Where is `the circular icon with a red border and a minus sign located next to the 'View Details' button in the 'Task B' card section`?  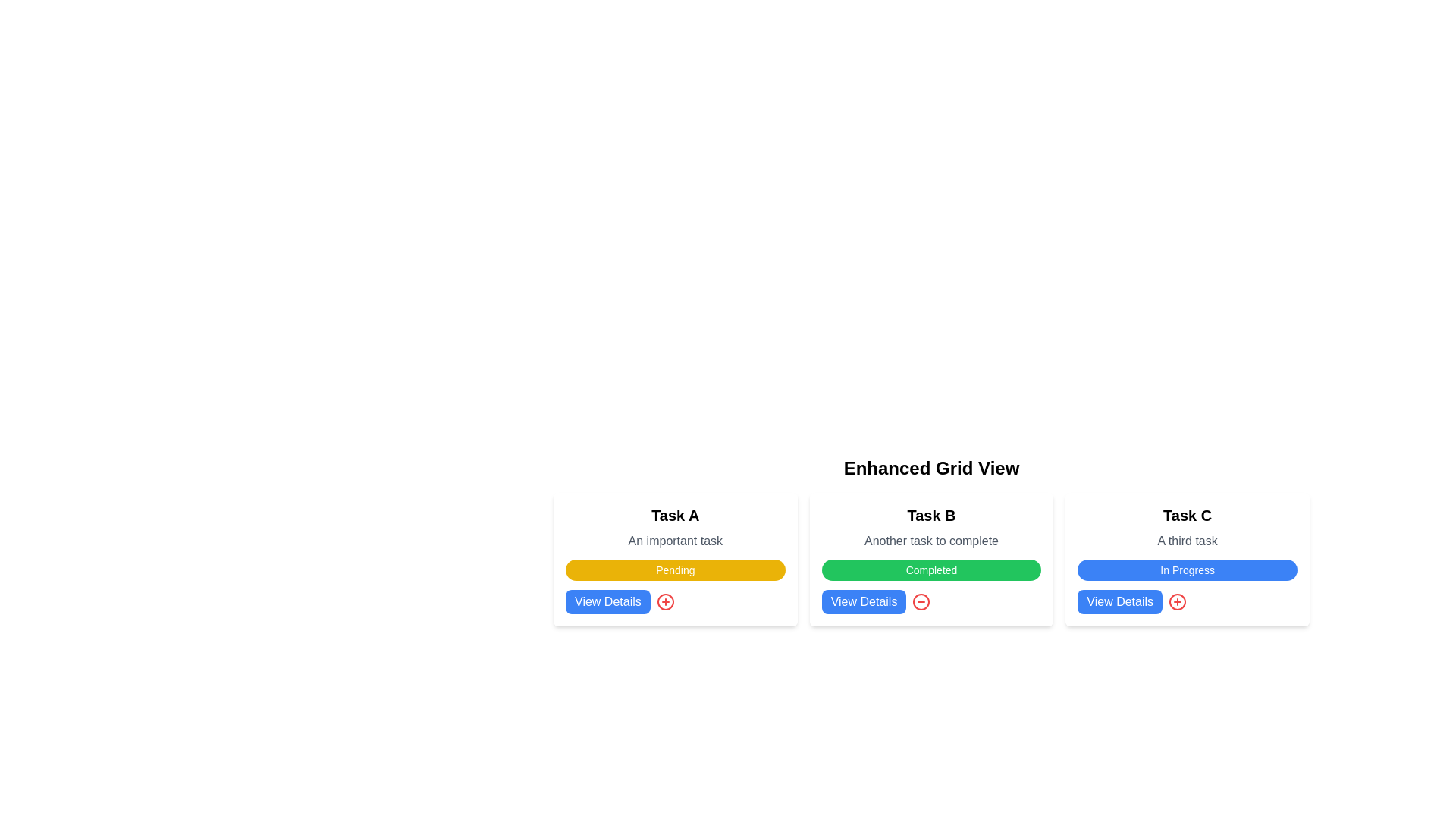 the circular icon with a red border and a minus sign located next to the 'View Details' button in the 'Task B' card section is located at coordinates (930, 601).